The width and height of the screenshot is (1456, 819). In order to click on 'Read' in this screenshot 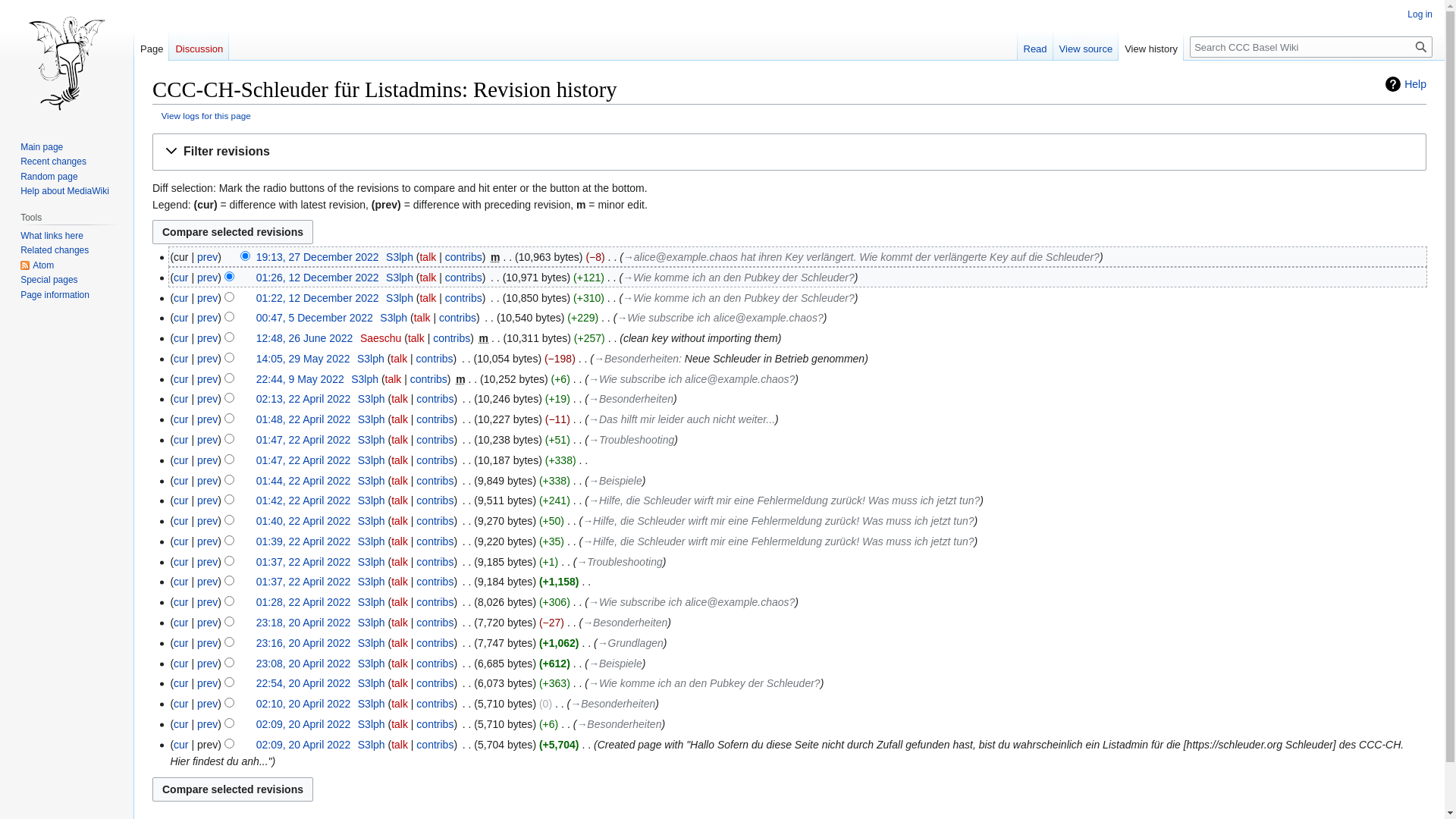, I will do `click(1034, 45)`.